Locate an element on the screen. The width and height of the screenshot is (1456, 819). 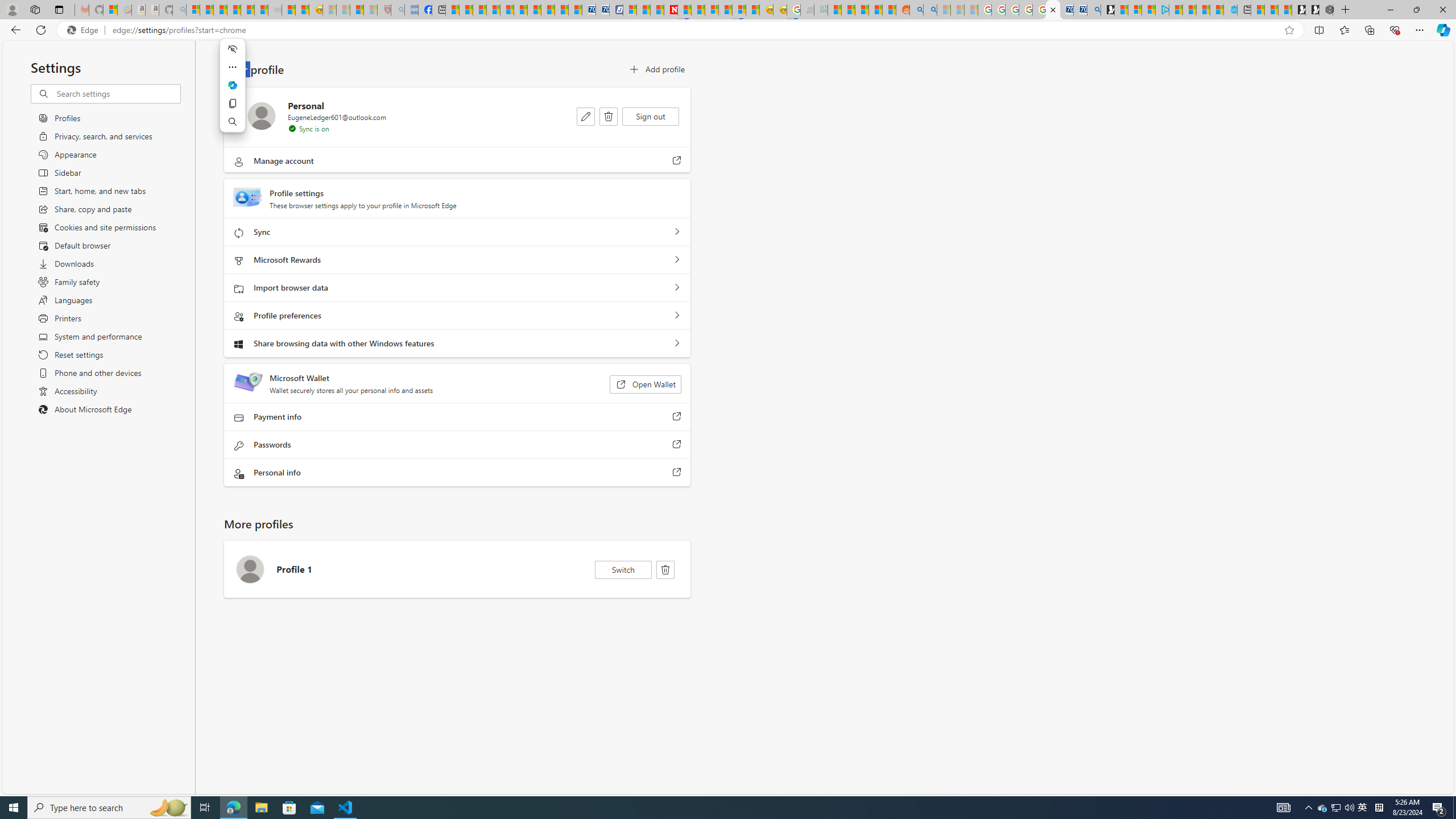
'12 Popular Science Lies that Must be Corrected - Sleeping' is located at coordinates (369, 9).